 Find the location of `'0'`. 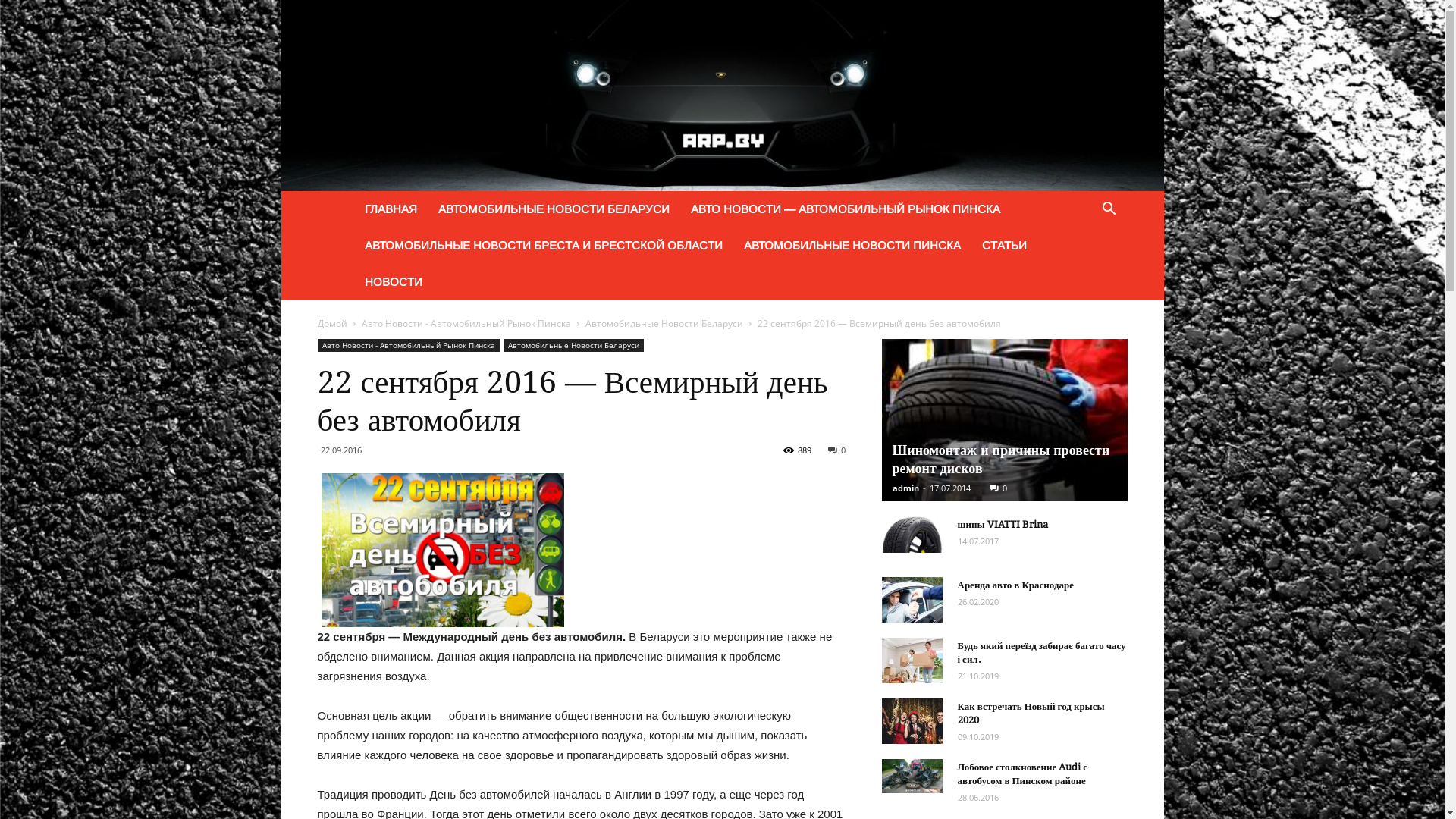

'0' is located at coordinates (997, 488).